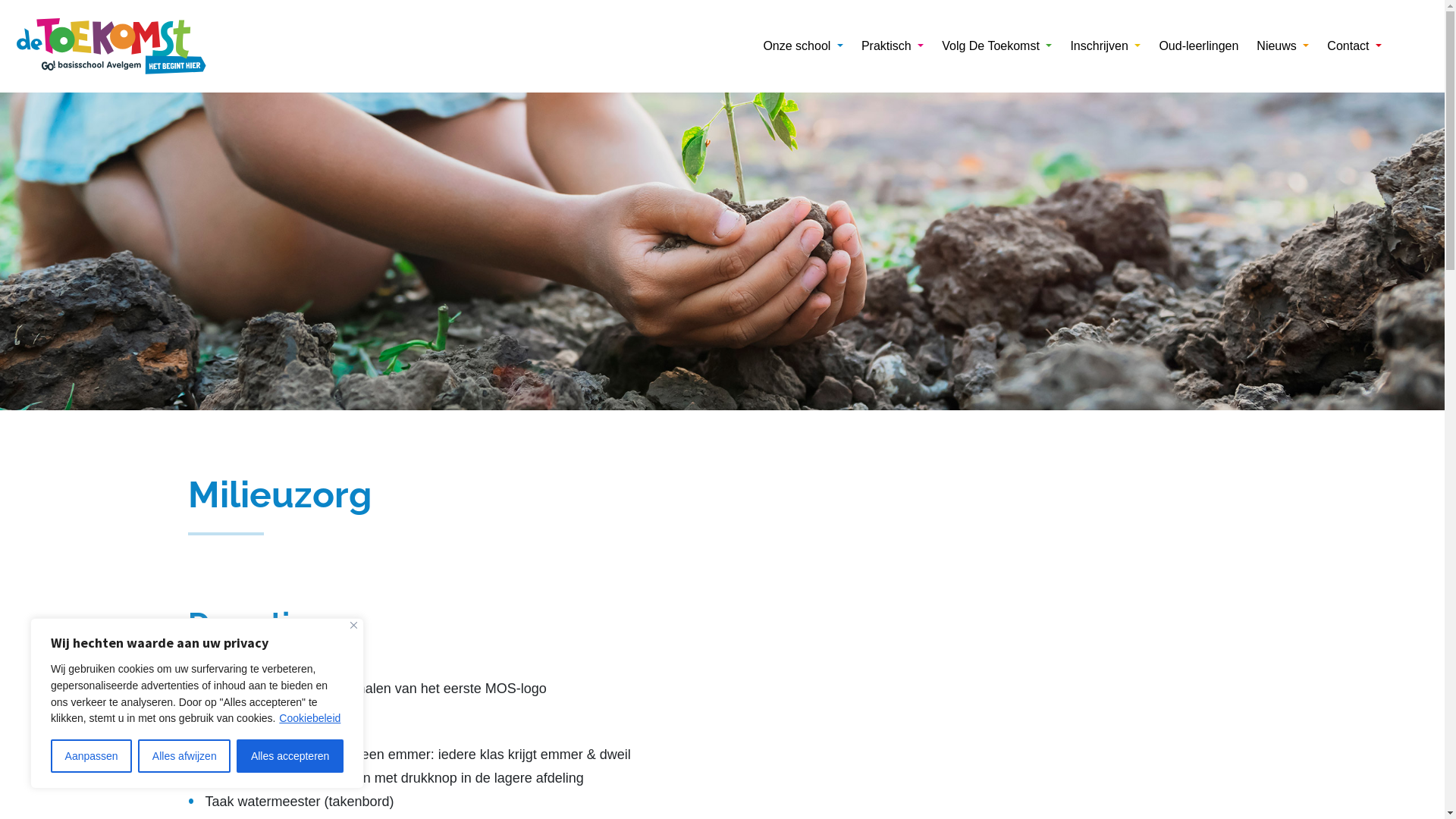  What do you see at coordinates (931, 45) in the screenshot?
I see `'Volg De Toekomst'` at bounding box center [931, 45].